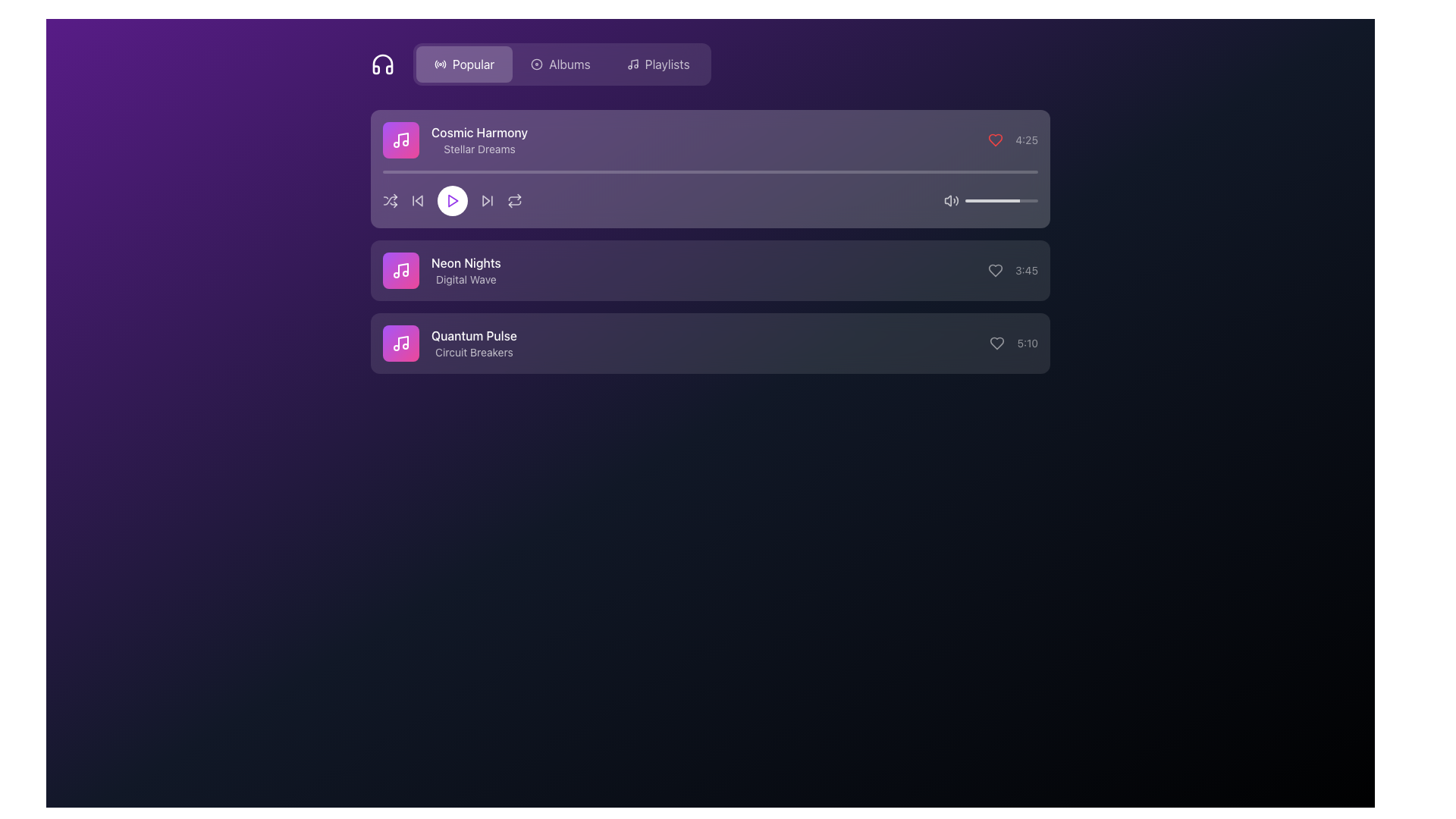  What do you see at coordinates (479, 131) in the screenshot?
I see `the text display showing the title 'Cosmic Harmony', located at the top left of the music list section, above 'Stellar Dreams'` at bounding box center [479, 131].